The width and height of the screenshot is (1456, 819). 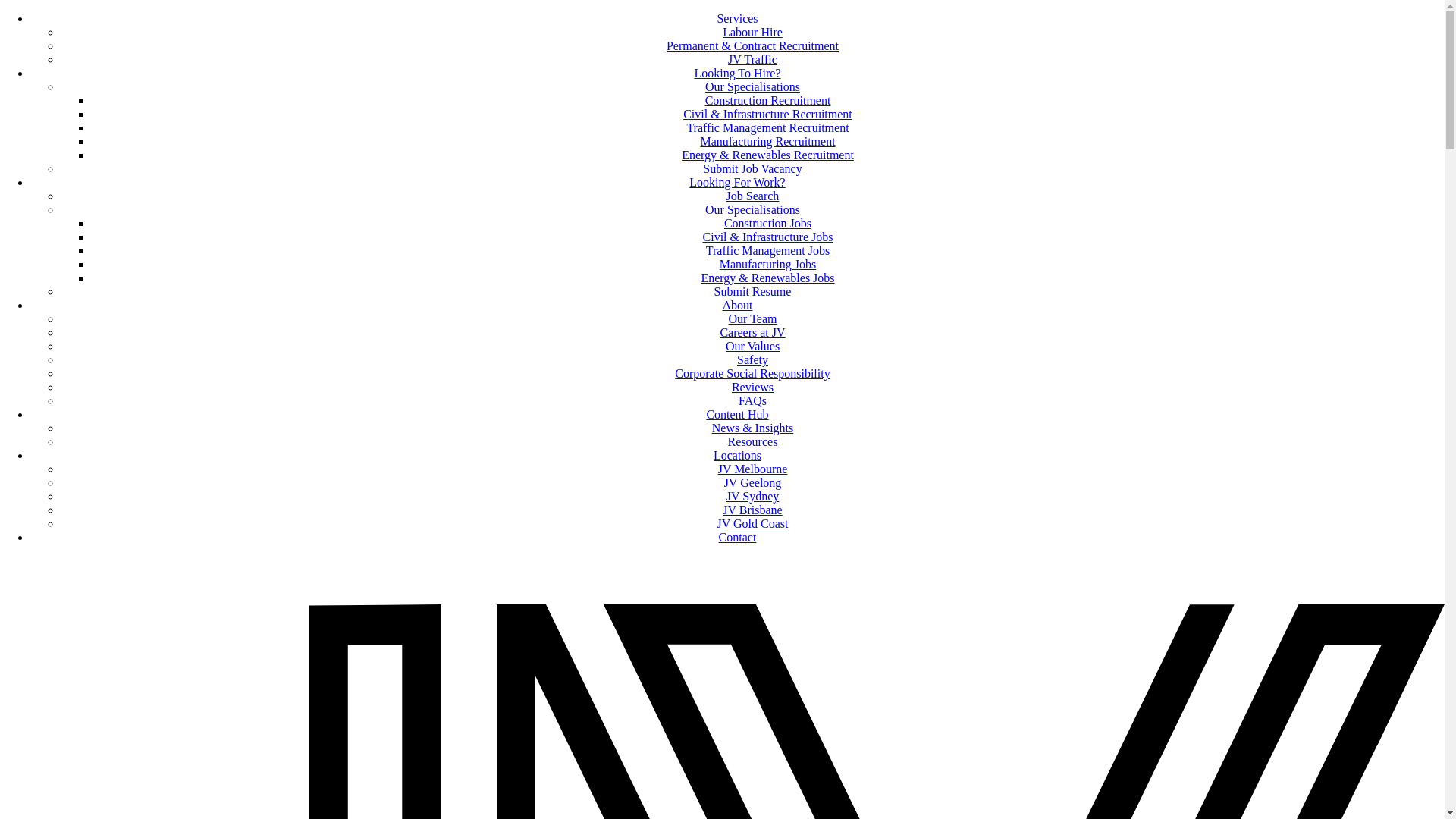 What do you see at coordinates (737, 454) in the screenshot?
I see `'Locations'` at bounding box center [737, 454].